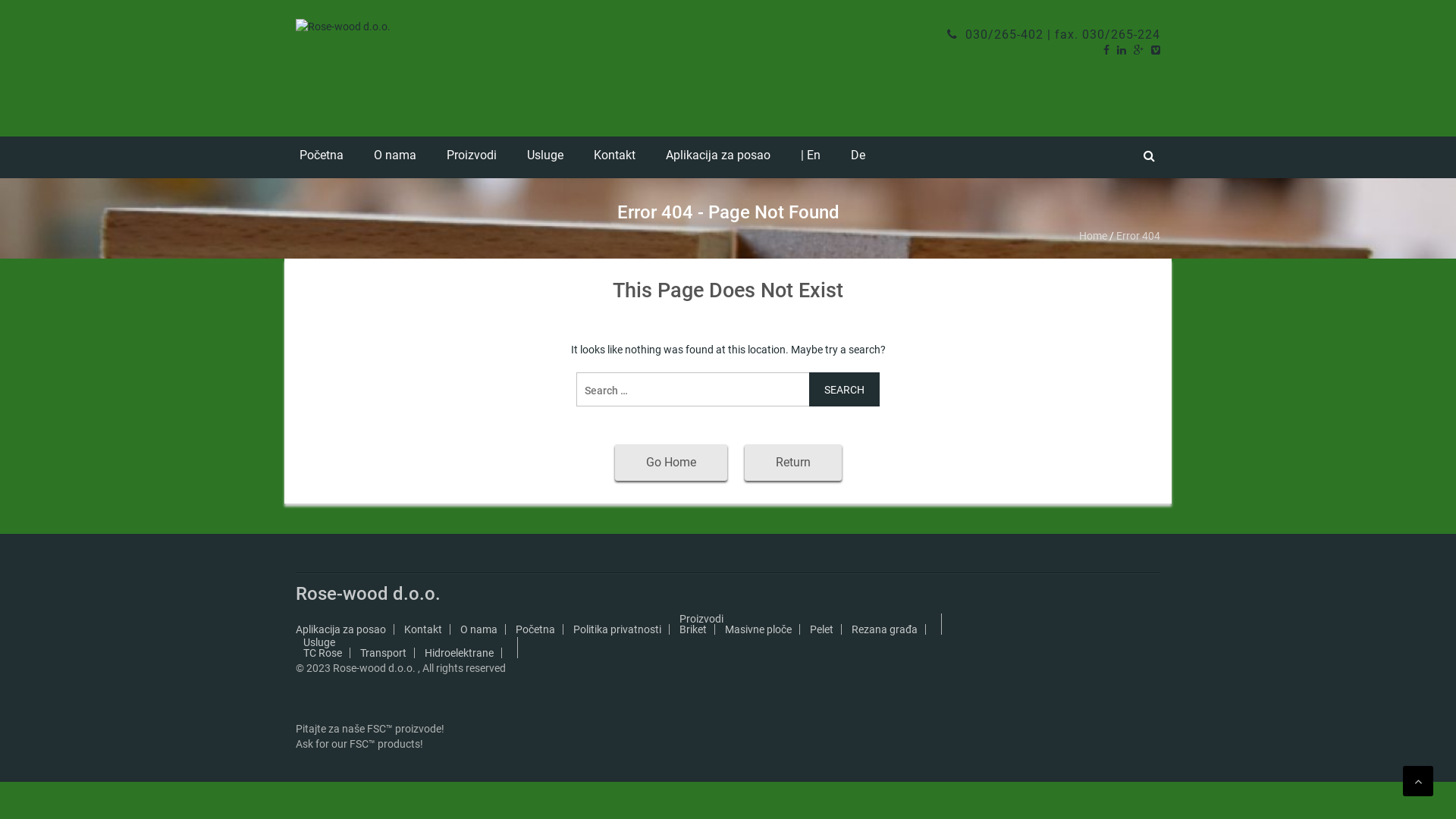 This screenshot has height=819, width=1456. I want to click on 'Home', so click(1093, 236).